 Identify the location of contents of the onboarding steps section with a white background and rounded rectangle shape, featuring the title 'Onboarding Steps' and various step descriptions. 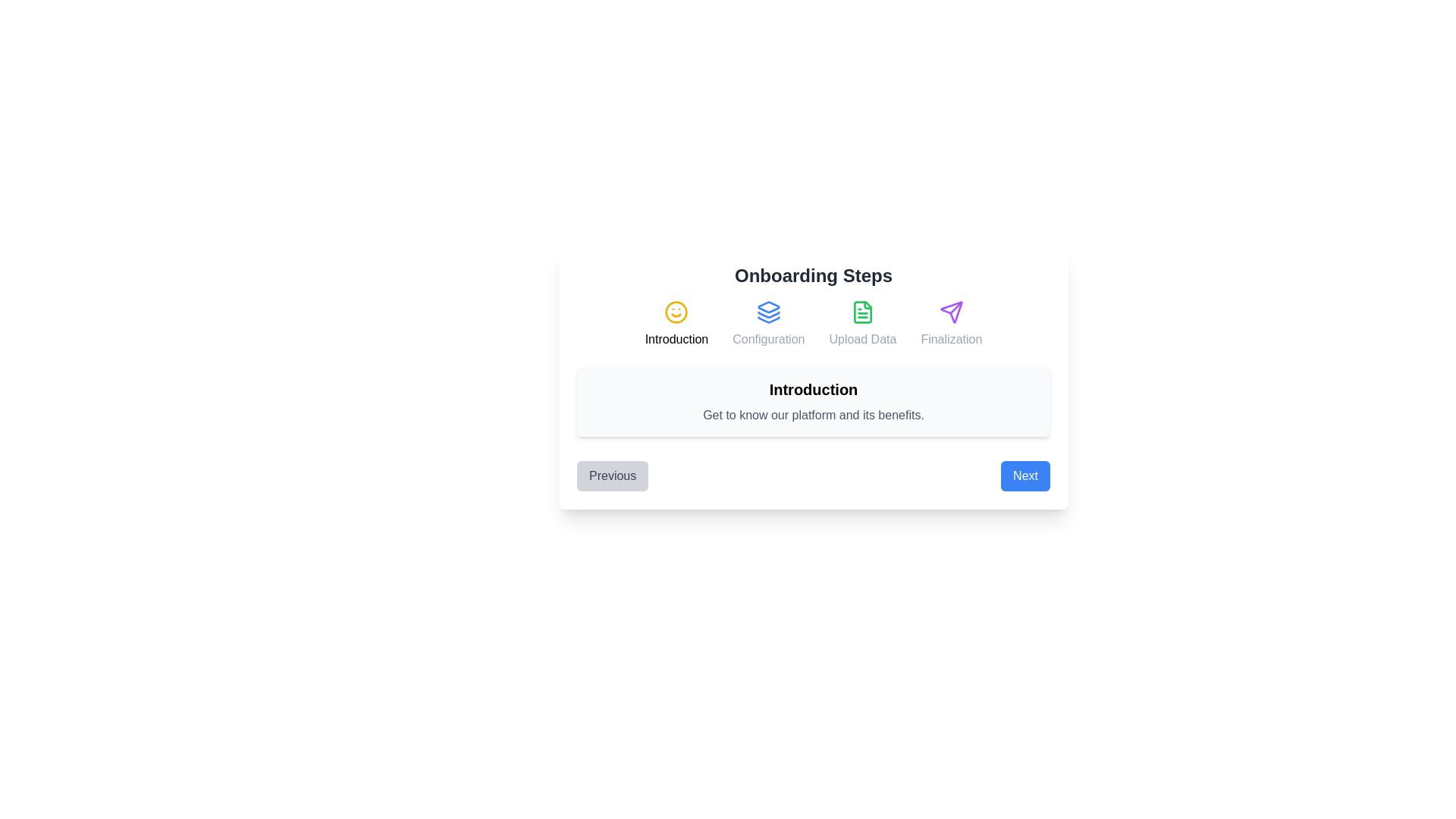
(813, 376).